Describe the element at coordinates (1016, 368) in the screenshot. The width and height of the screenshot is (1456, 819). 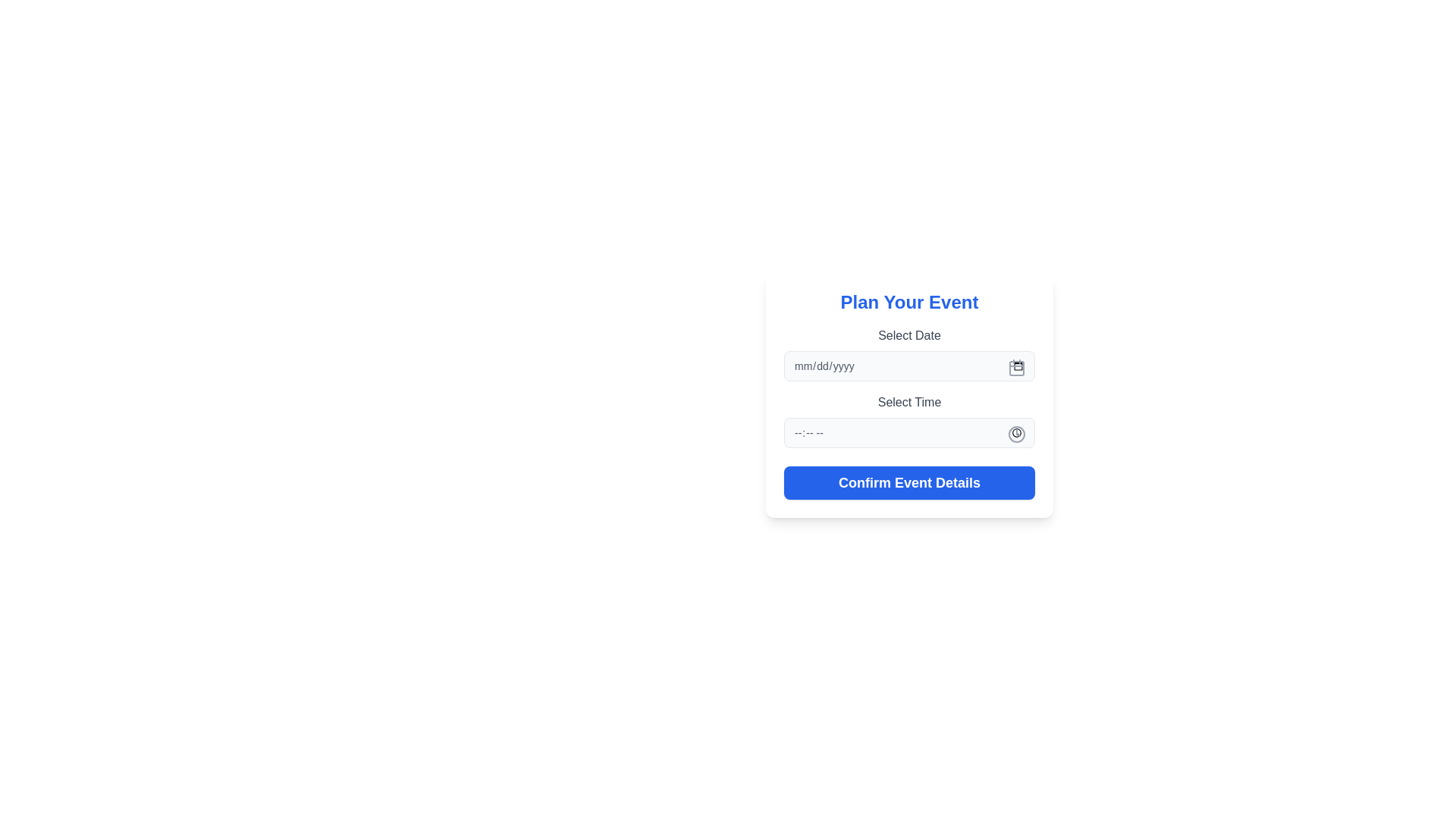
I see `the calendar icon located to the right of the 'Select Date' input field in the 'Plan Your Event' form` at that location.